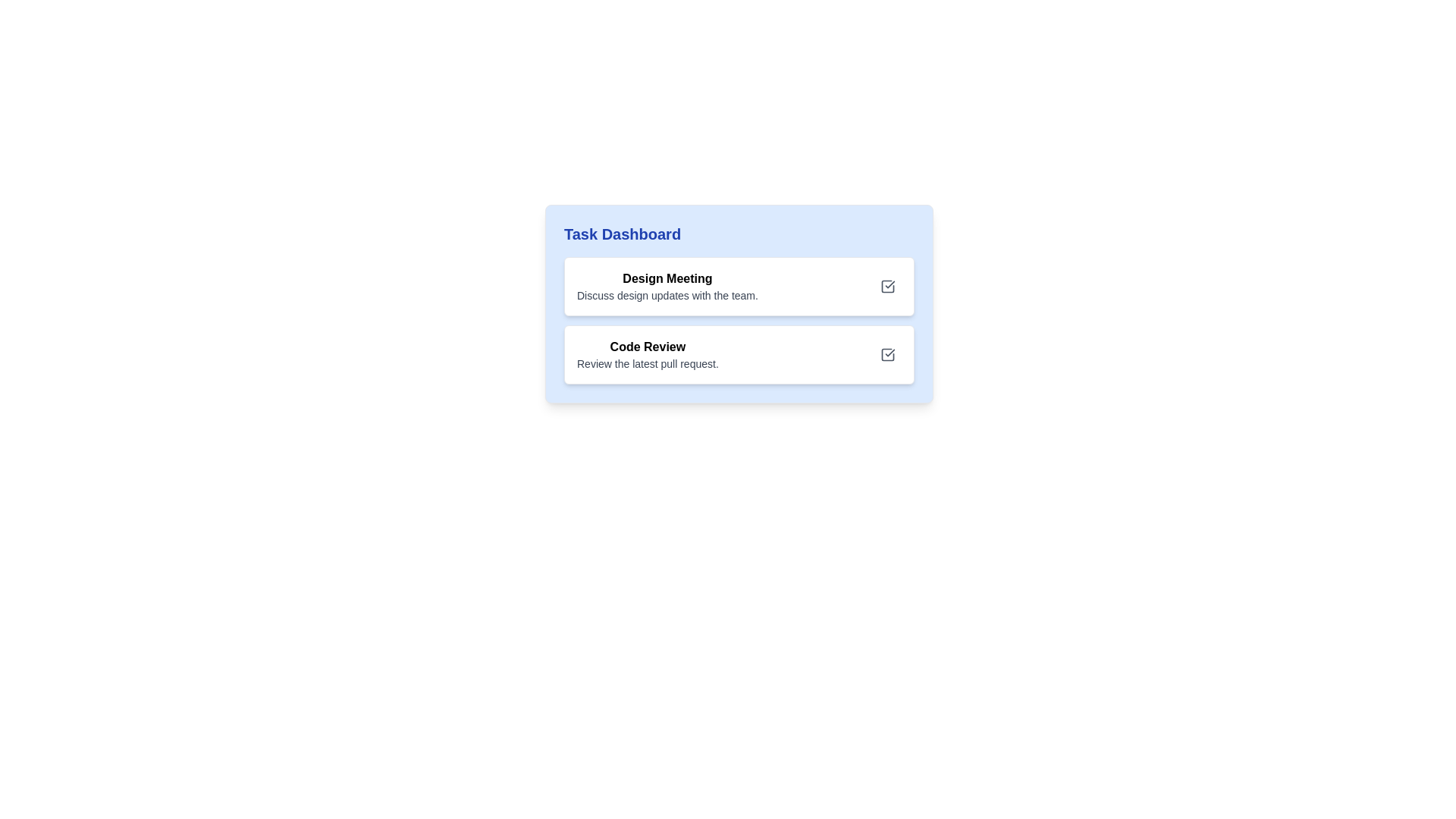 Image resolution: width=1456 pixels, height=819 pixels. Describe the element at coordinates (648, 347) in the screenshot. I see `the text label titled 'Code Review' in the second task card of the 'Task Dashboard' interface` at that location.